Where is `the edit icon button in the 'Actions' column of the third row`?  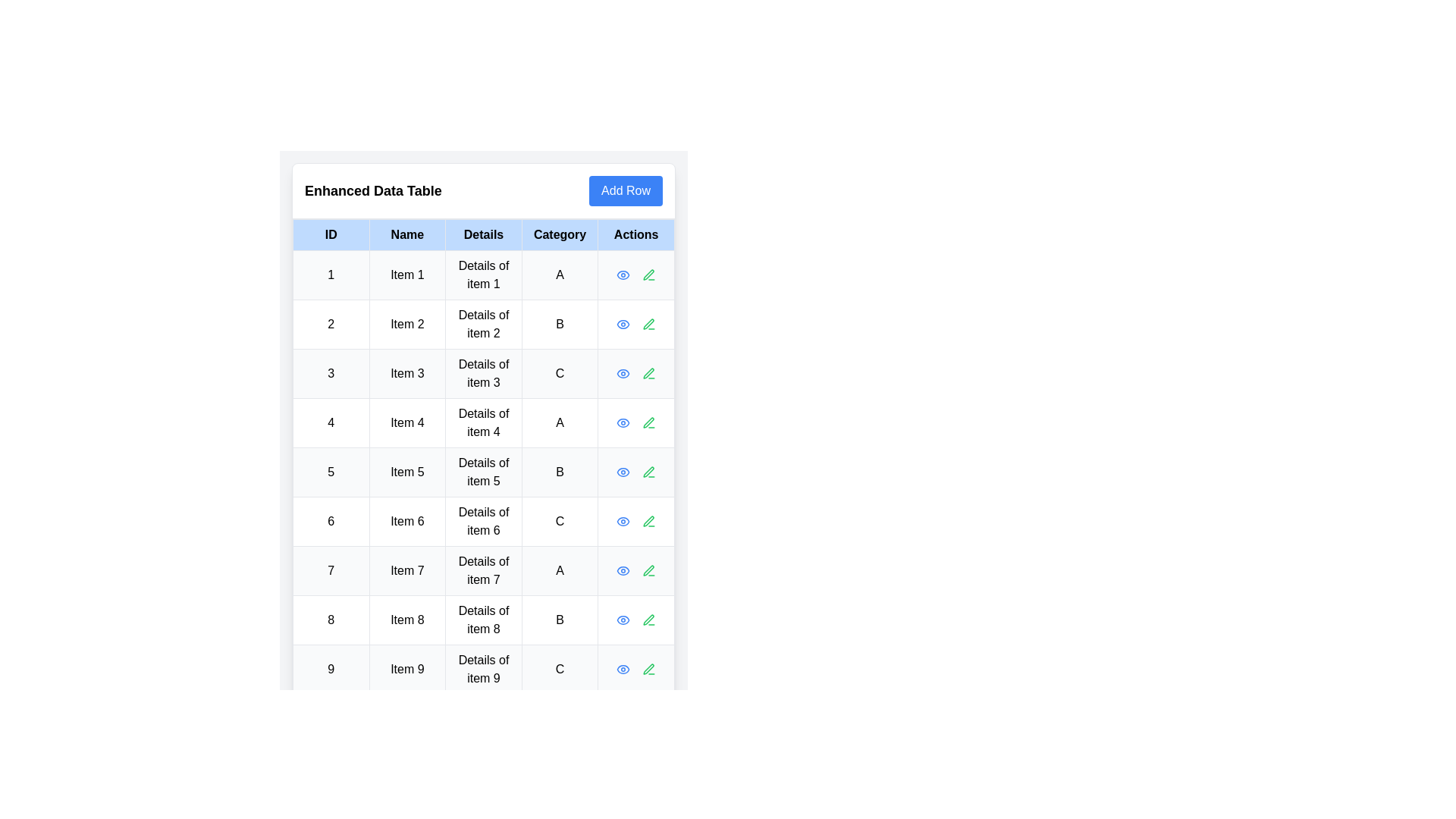 the edit icon button in the 'Actions' column of the third row is located at coordinates (649, 374).